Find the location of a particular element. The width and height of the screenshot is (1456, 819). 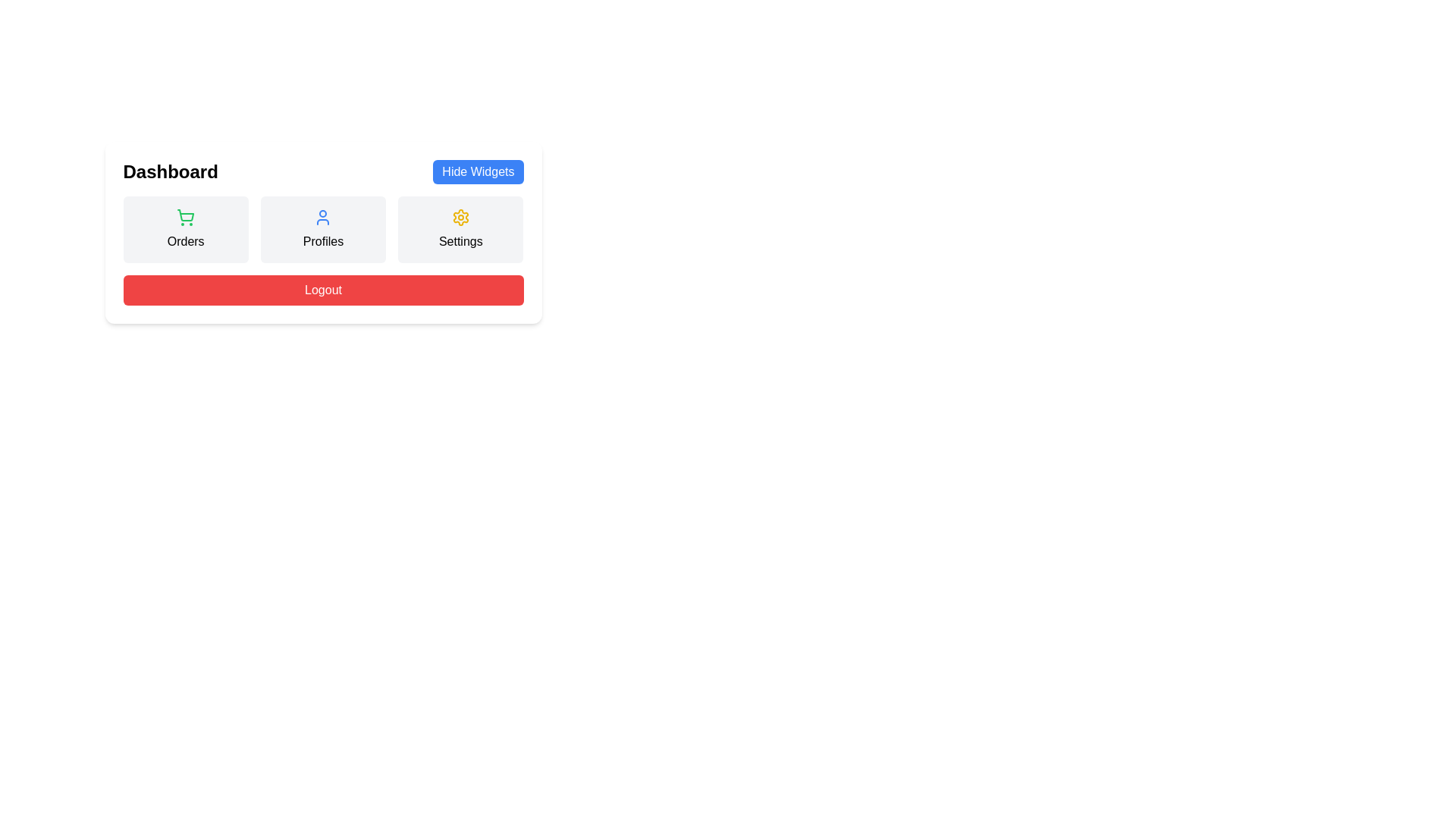

the yellow gear icon representing settings functionality located in the settings section of the dashboard interface, specifically the third option in the row of three cards under the dashboard heading is located at coordinates (460, 217).